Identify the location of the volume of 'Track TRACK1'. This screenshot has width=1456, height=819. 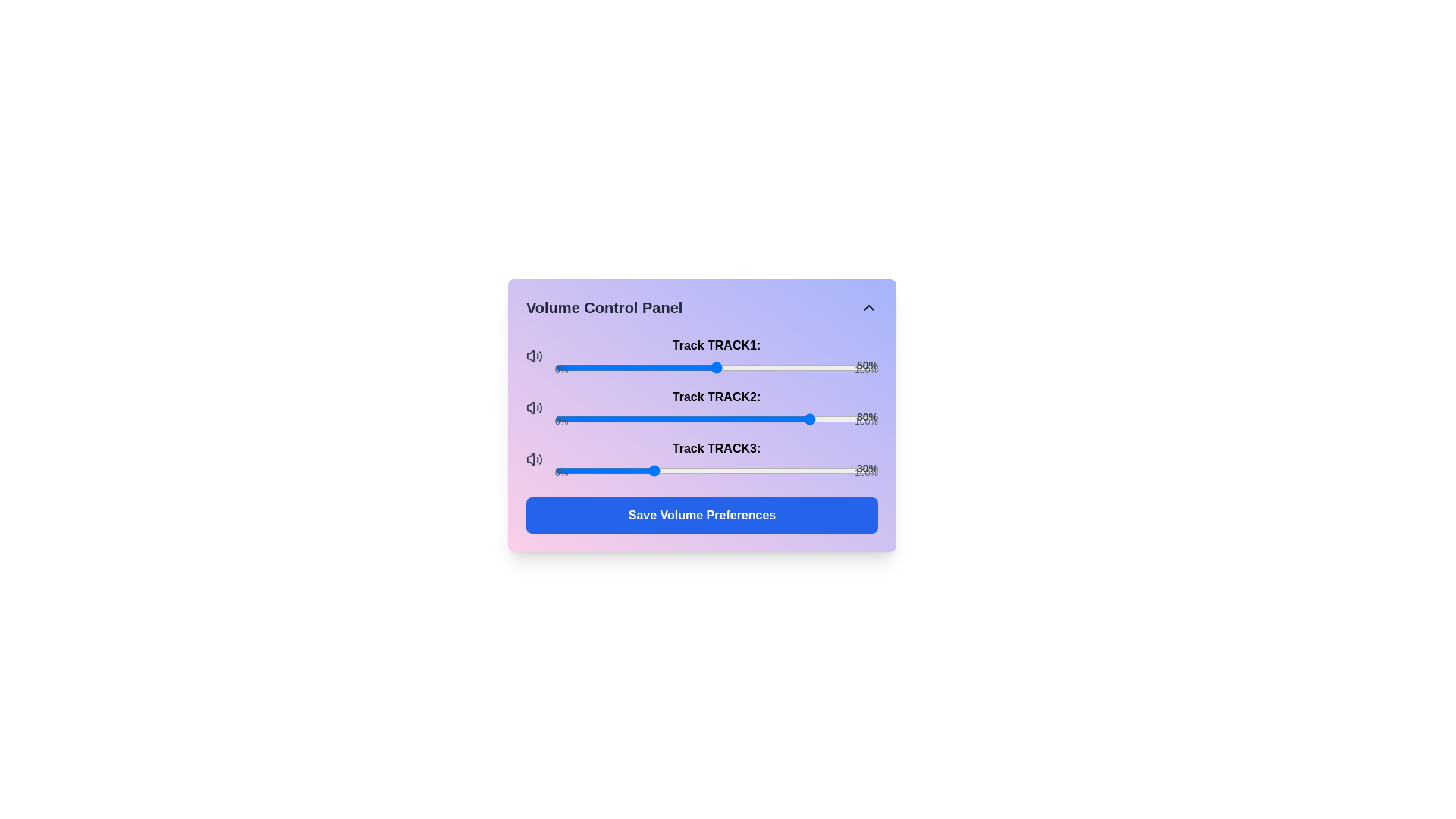
(583, 368).